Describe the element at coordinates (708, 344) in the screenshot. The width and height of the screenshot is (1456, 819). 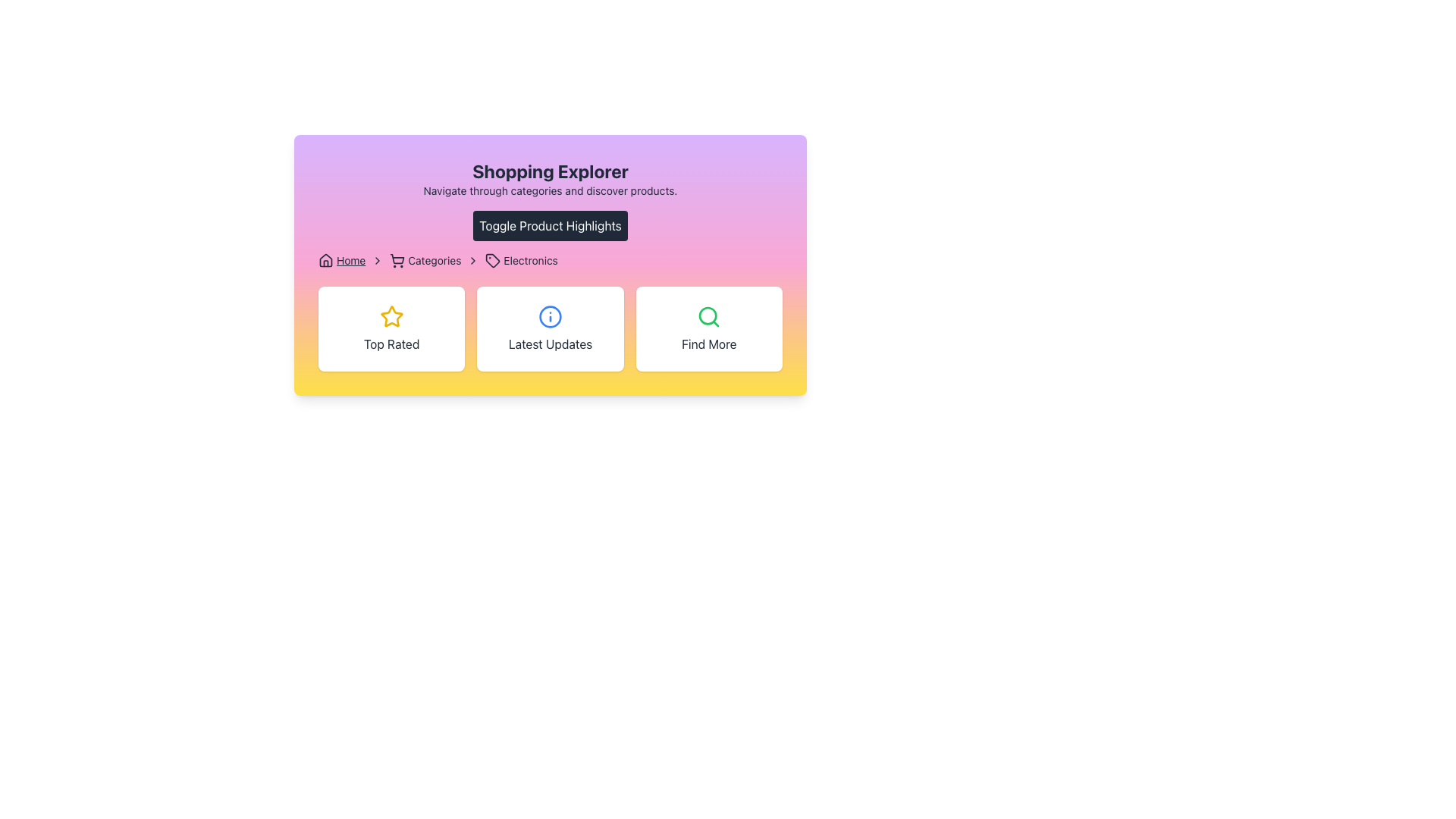
I see `the text label located centrally beneath the green search icon in the rightmost card of the layout` at that location.